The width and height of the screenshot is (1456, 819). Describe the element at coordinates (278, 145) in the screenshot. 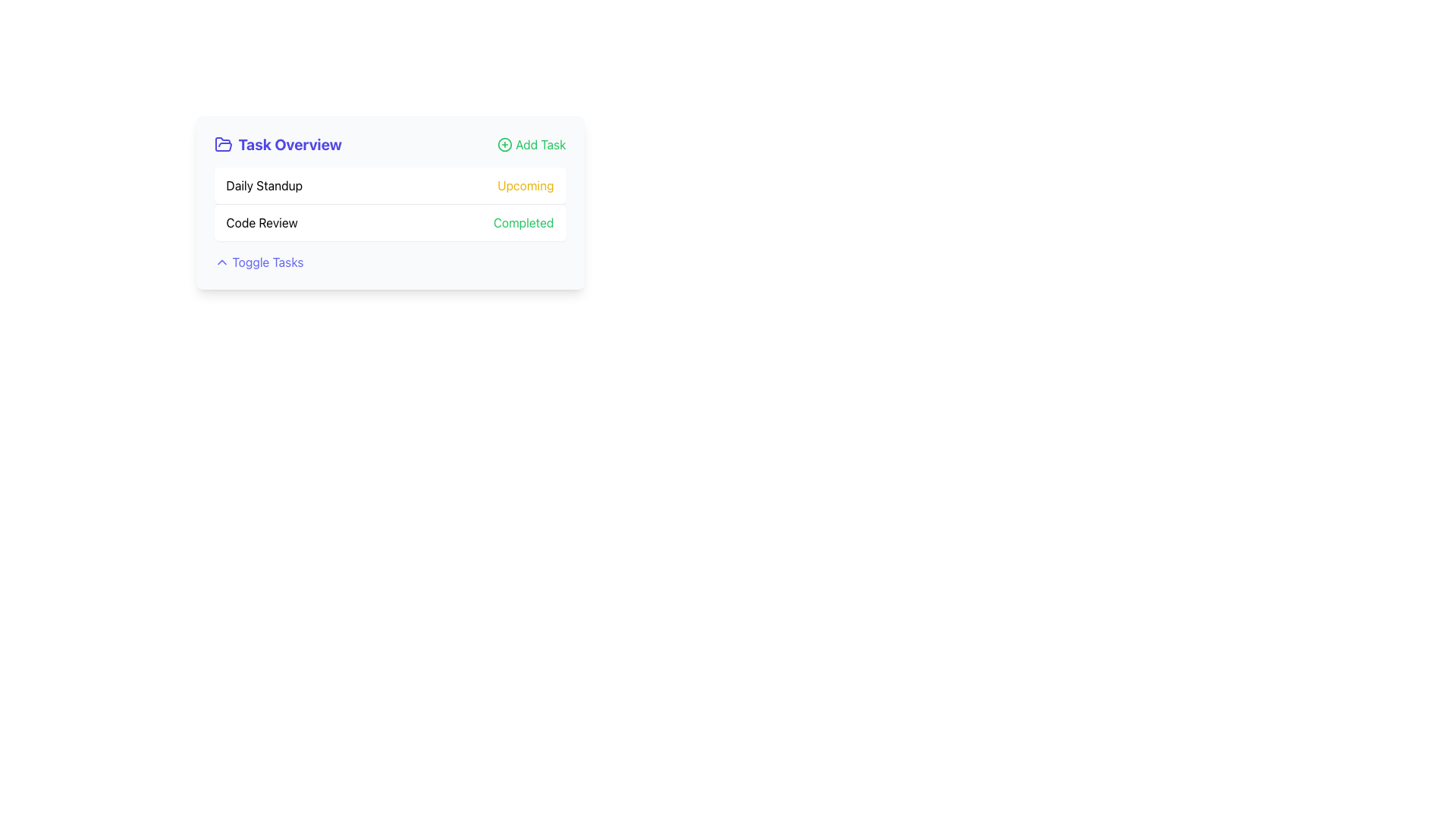

I see `the 'Task Overview' text element with an indigo-colored folder icon located at the top-left corner of the card` at that location.